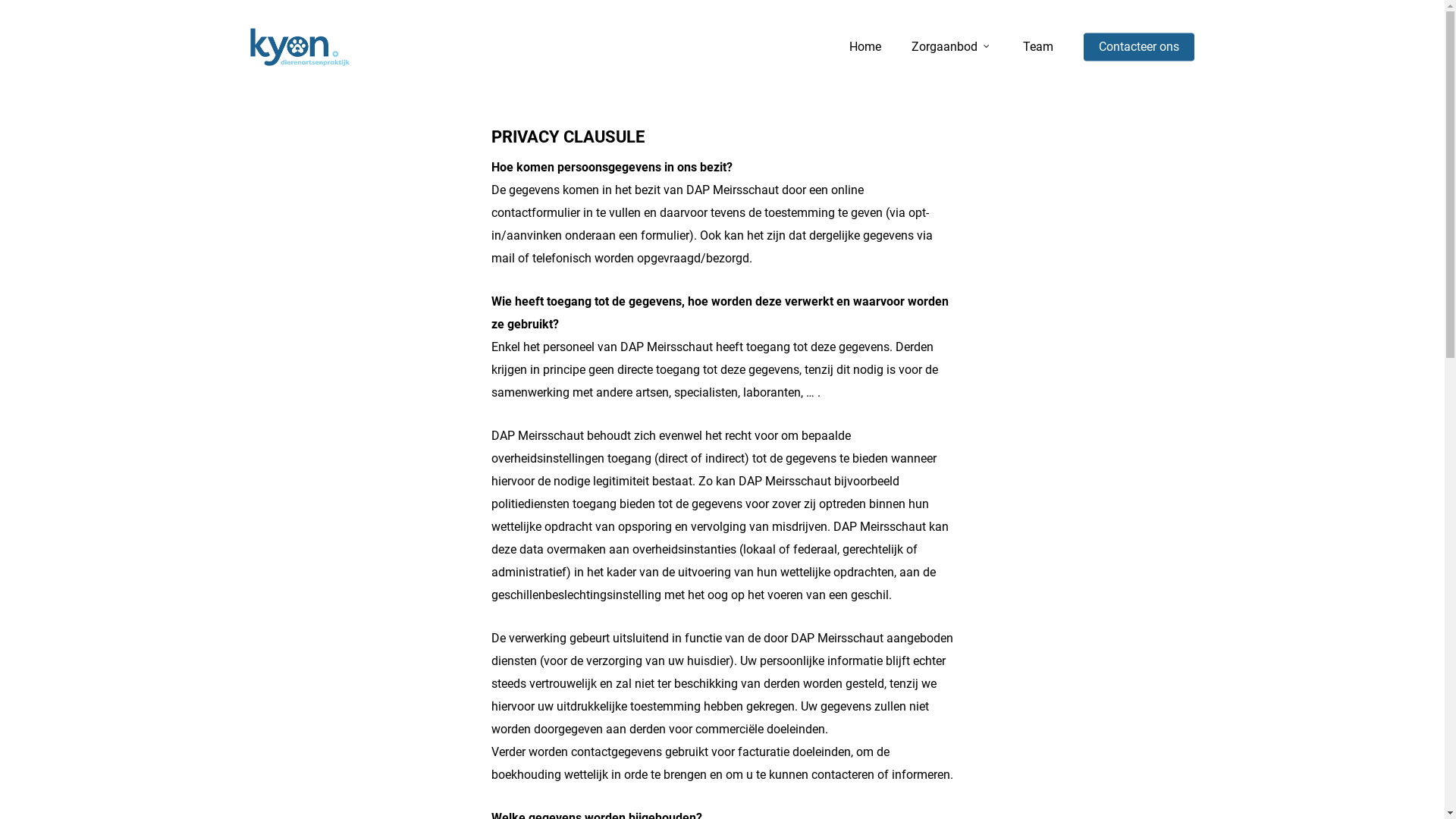 Image resolution: width=1456 pixels, height=819 pixels. What do you see at coordinates (951, 45) in the screenshot?
I see `'Zorgaanbod'` at bounding box center [951, 45].